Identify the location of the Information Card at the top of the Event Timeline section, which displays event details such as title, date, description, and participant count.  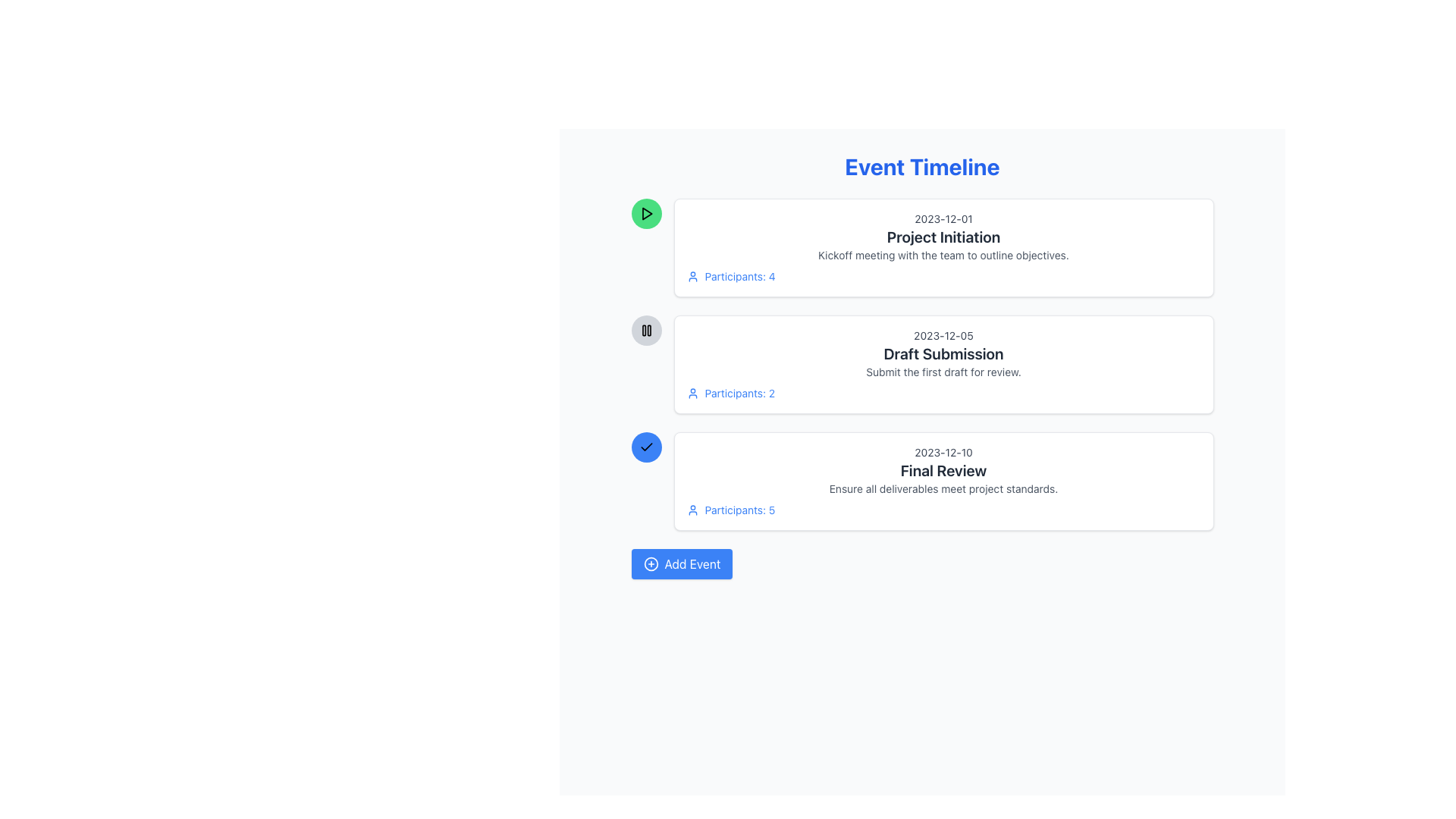
(943, 247).